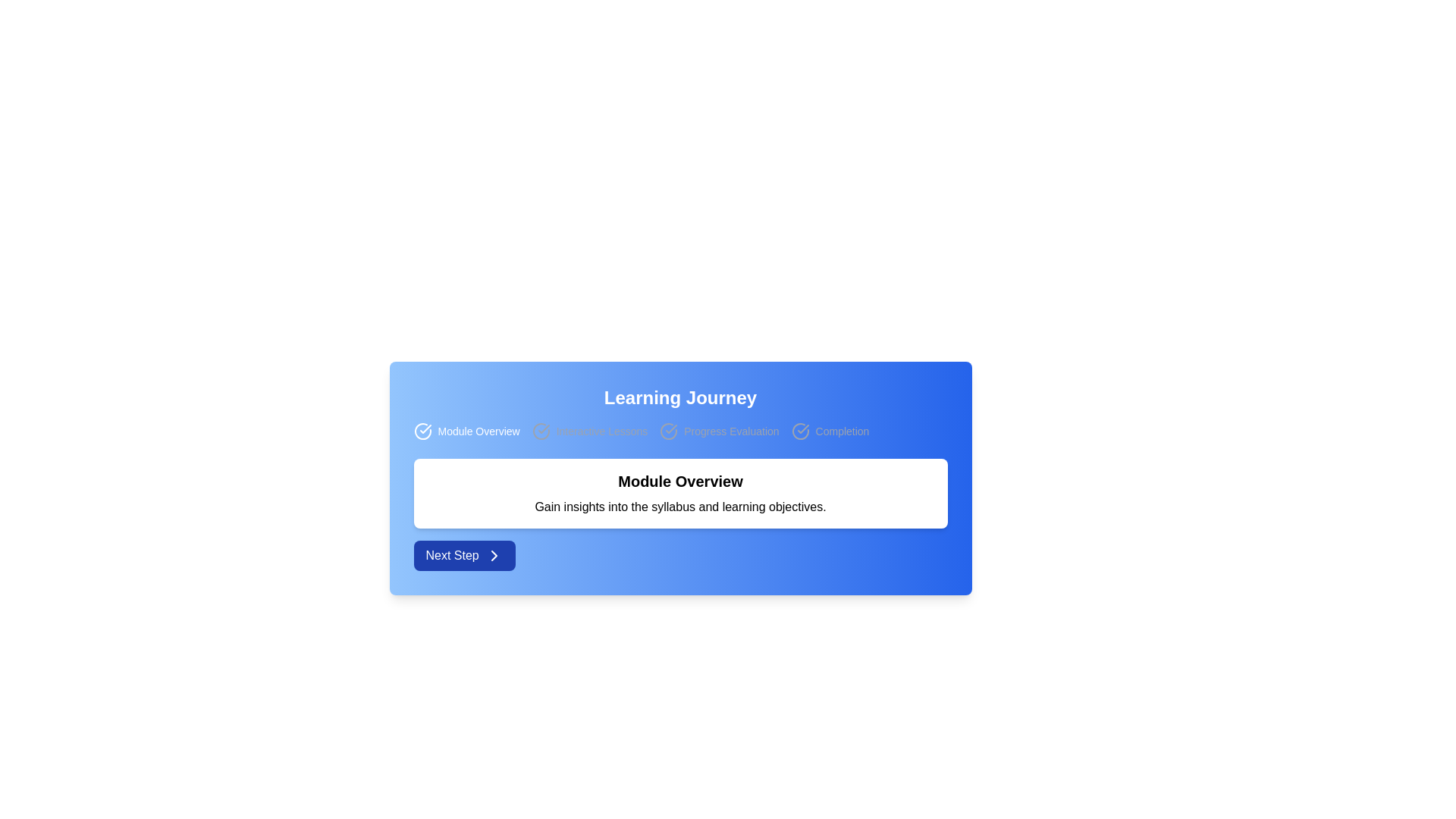  Describe the element at coordinates (679, 431) in the screenshot. I see `the Progress Bar located beneath the 'Learning Journey' heading` at that location.